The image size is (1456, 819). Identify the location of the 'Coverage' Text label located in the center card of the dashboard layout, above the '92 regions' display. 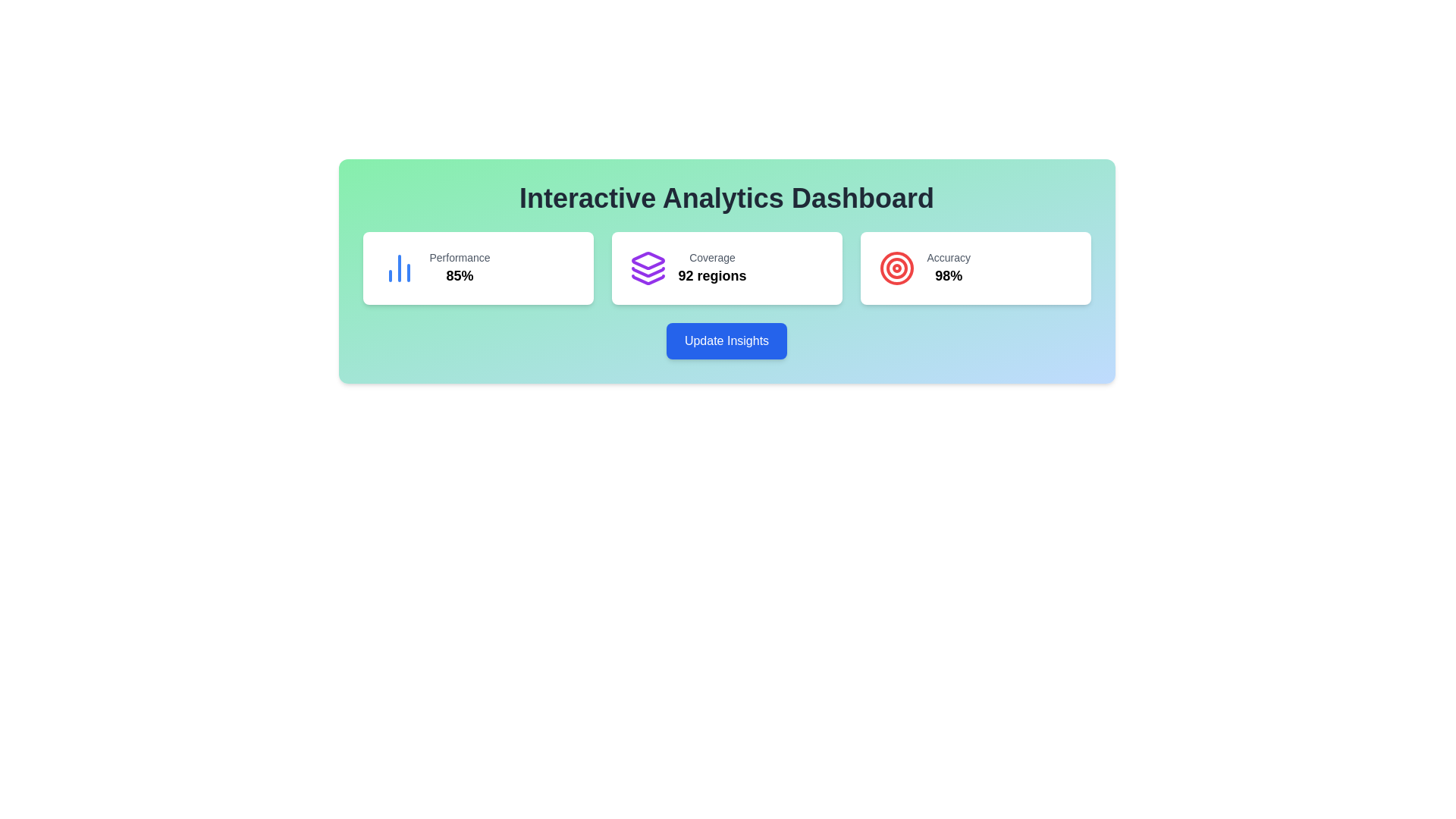
(711, 256).